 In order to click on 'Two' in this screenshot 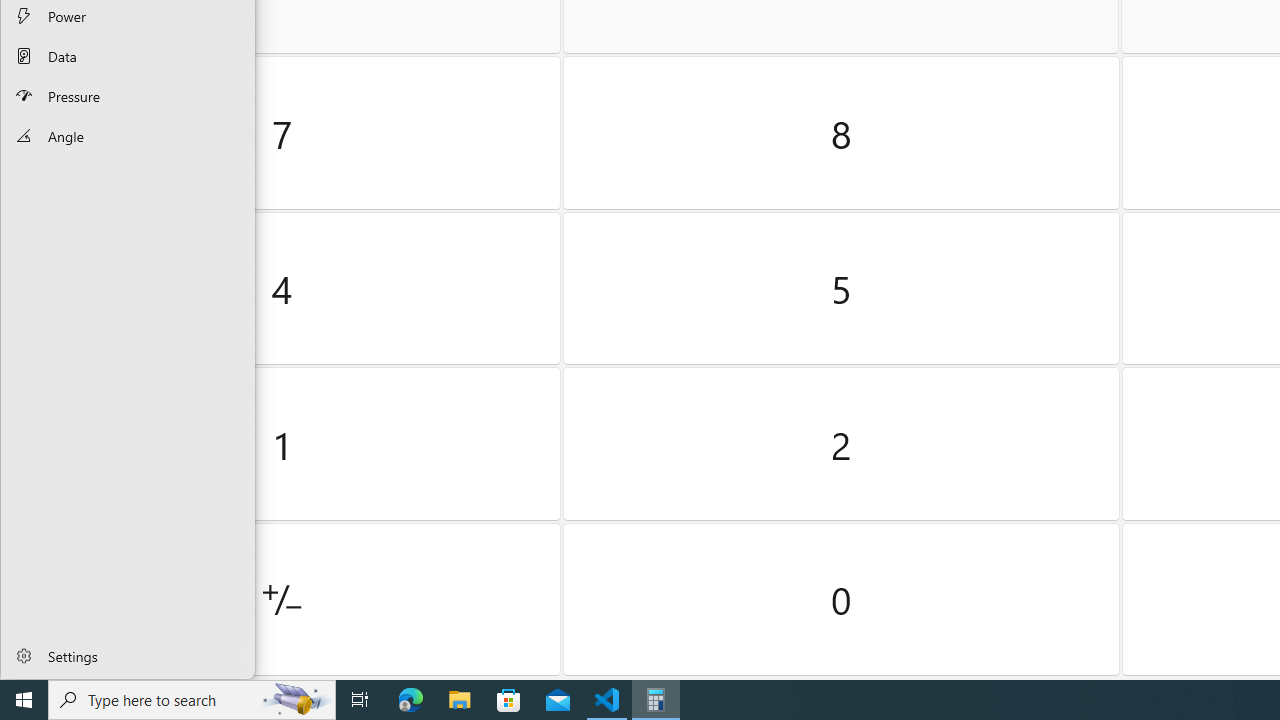, I will do `click(841, 443)`.